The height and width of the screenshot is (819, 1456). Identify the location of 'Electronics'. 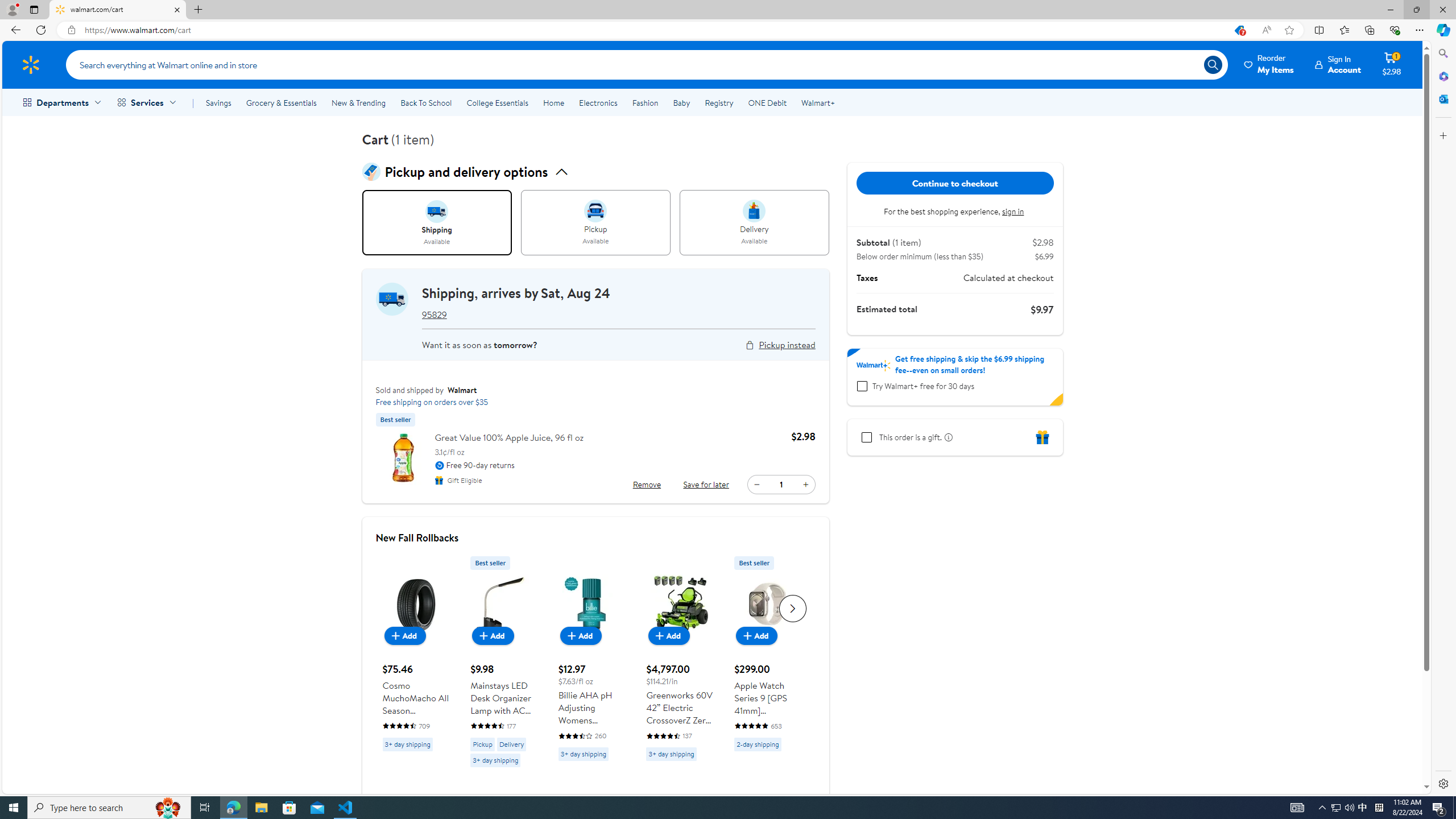
(598, 102).